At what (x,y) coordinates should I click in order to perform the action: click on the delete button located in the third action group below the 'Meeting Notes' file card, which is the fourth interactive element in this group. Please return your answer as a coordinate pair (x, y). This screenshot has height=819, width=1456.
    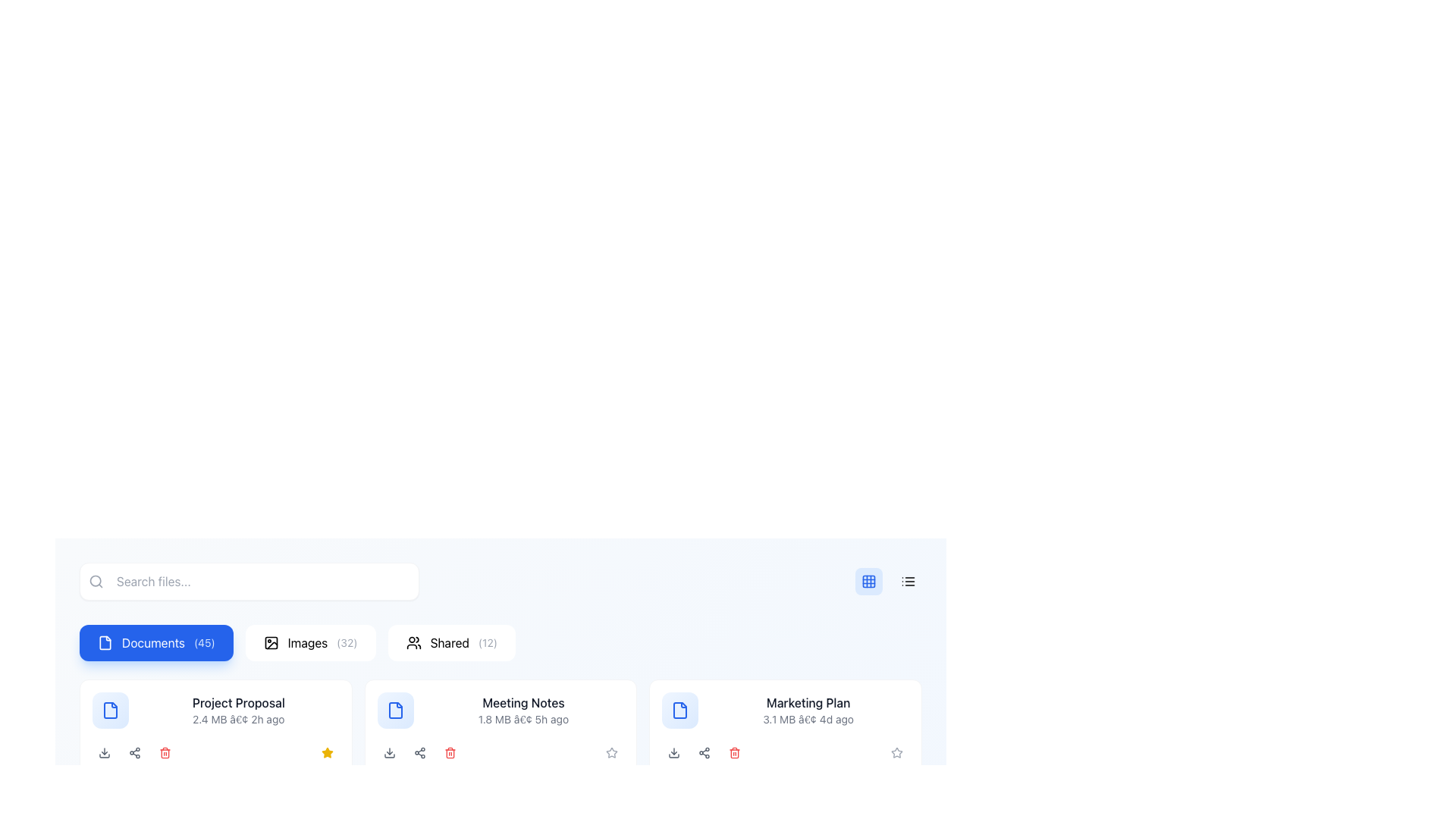
    Looking at the image, I should click on (449, 752).